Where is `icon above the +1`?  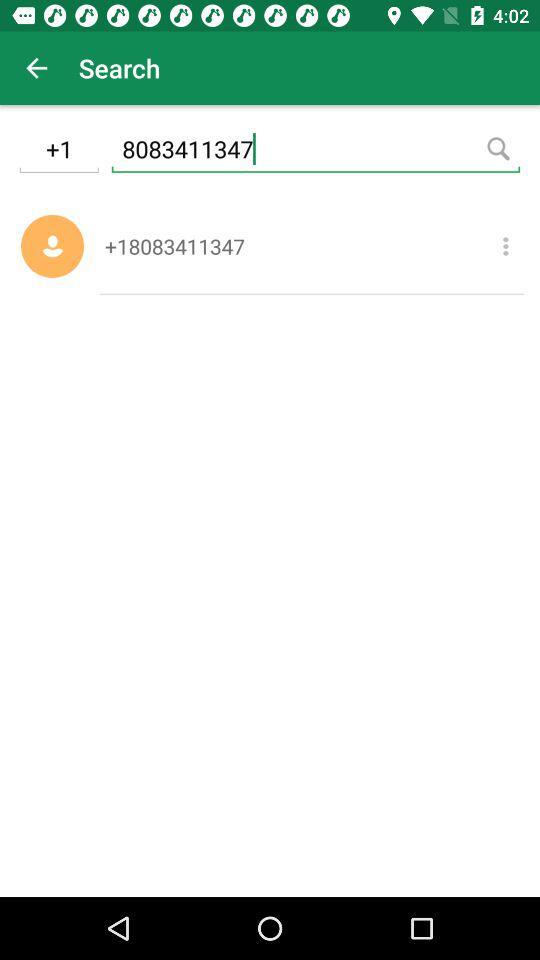 icon above the +1 is located at coordinates (36, 68).